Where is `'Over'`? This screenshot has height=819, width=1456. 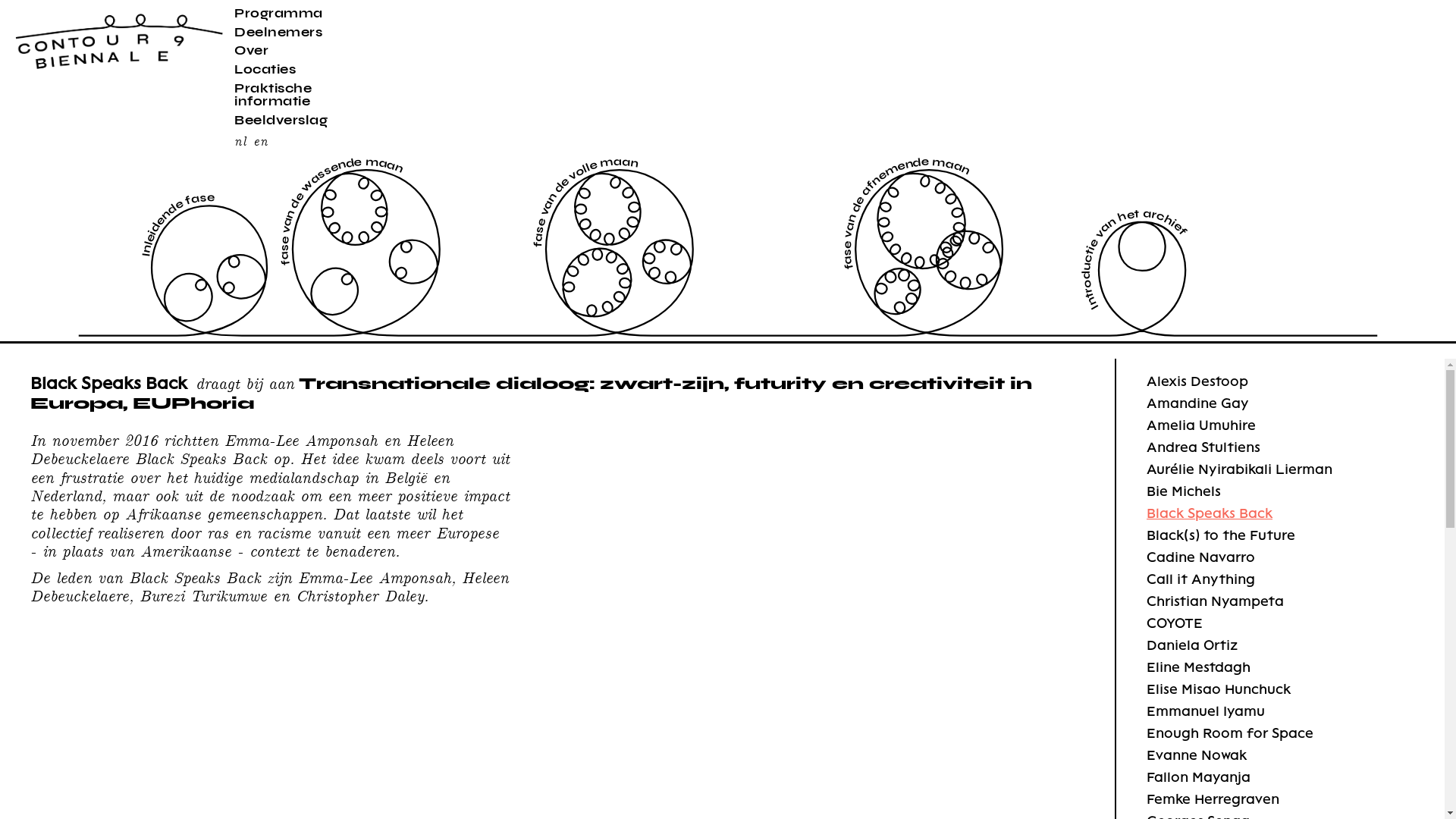 'Over' is located at coordinates (251, 49).